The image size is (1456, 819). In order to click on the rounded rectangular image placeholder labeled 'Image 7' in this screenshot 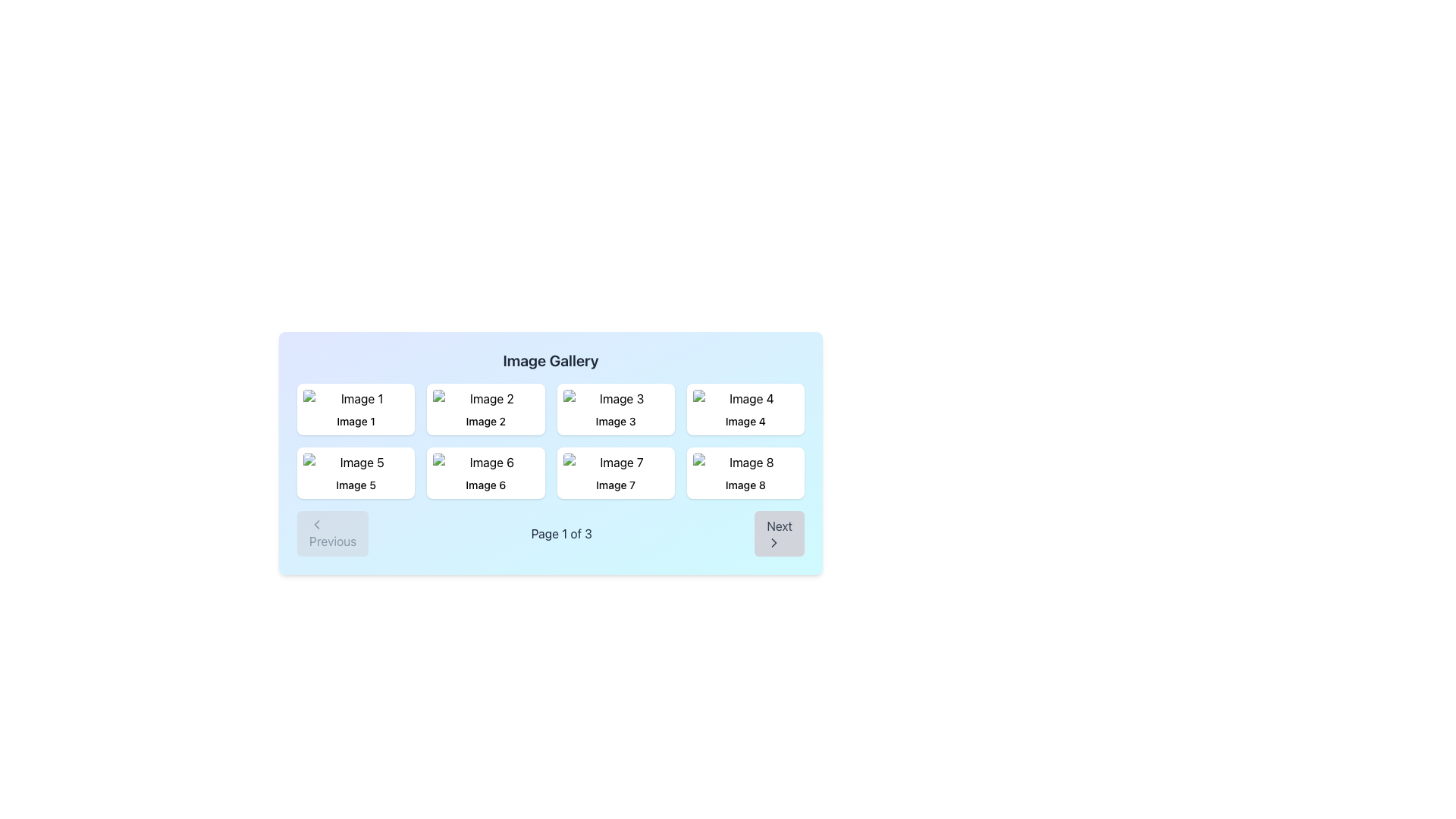, I will do `click(616, 461)`.